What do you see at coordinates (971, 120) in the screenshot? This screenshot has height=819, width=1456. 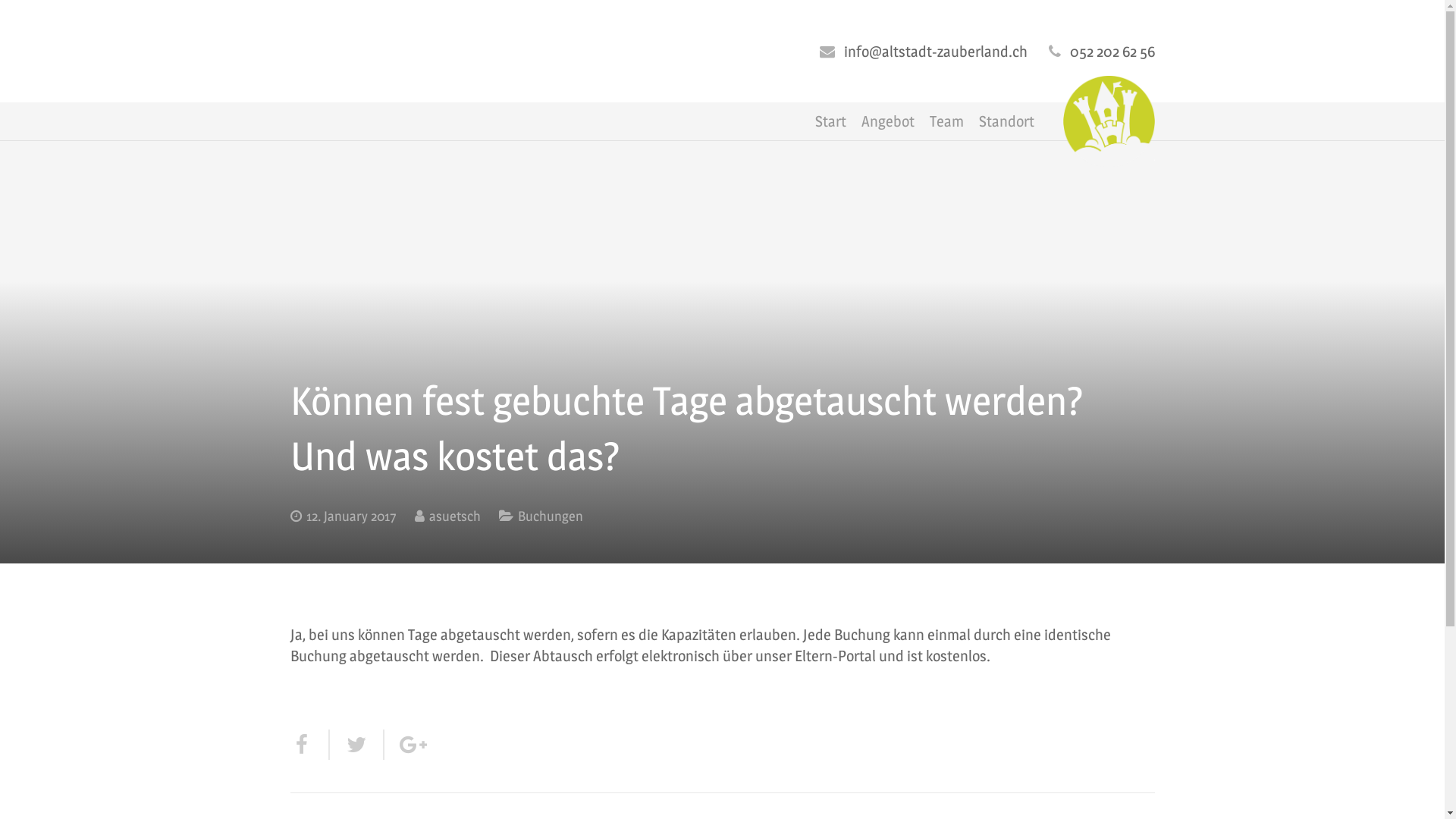 I see `'Standort'` at bounding box center [971, 120].